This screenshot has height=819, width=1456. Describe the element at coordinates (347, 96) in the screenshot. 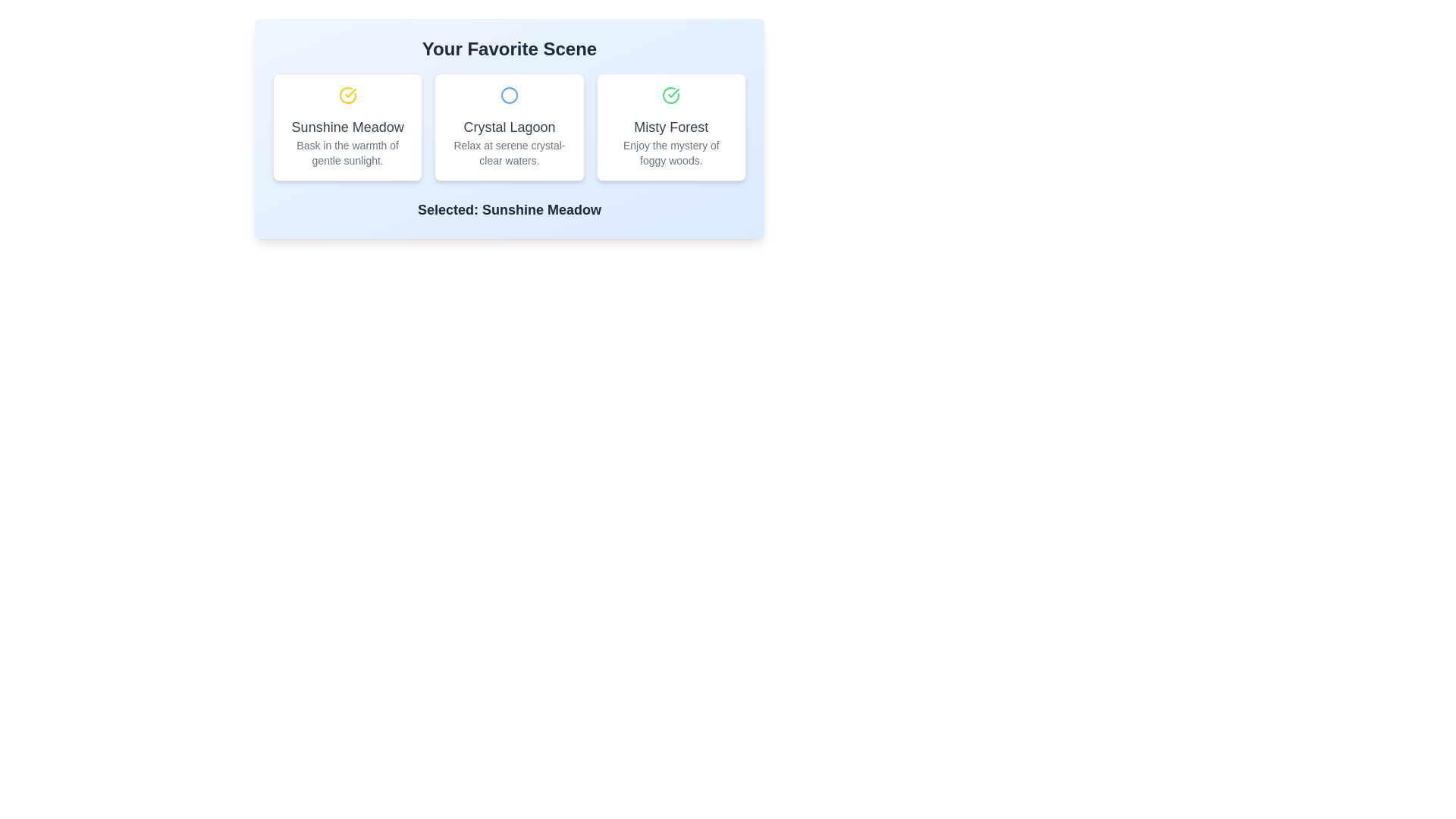

I see `the visual indicator icon that marks the associated card labeled 'Sunshine Meadow' as selected, located at the top portion of the card` at that location.